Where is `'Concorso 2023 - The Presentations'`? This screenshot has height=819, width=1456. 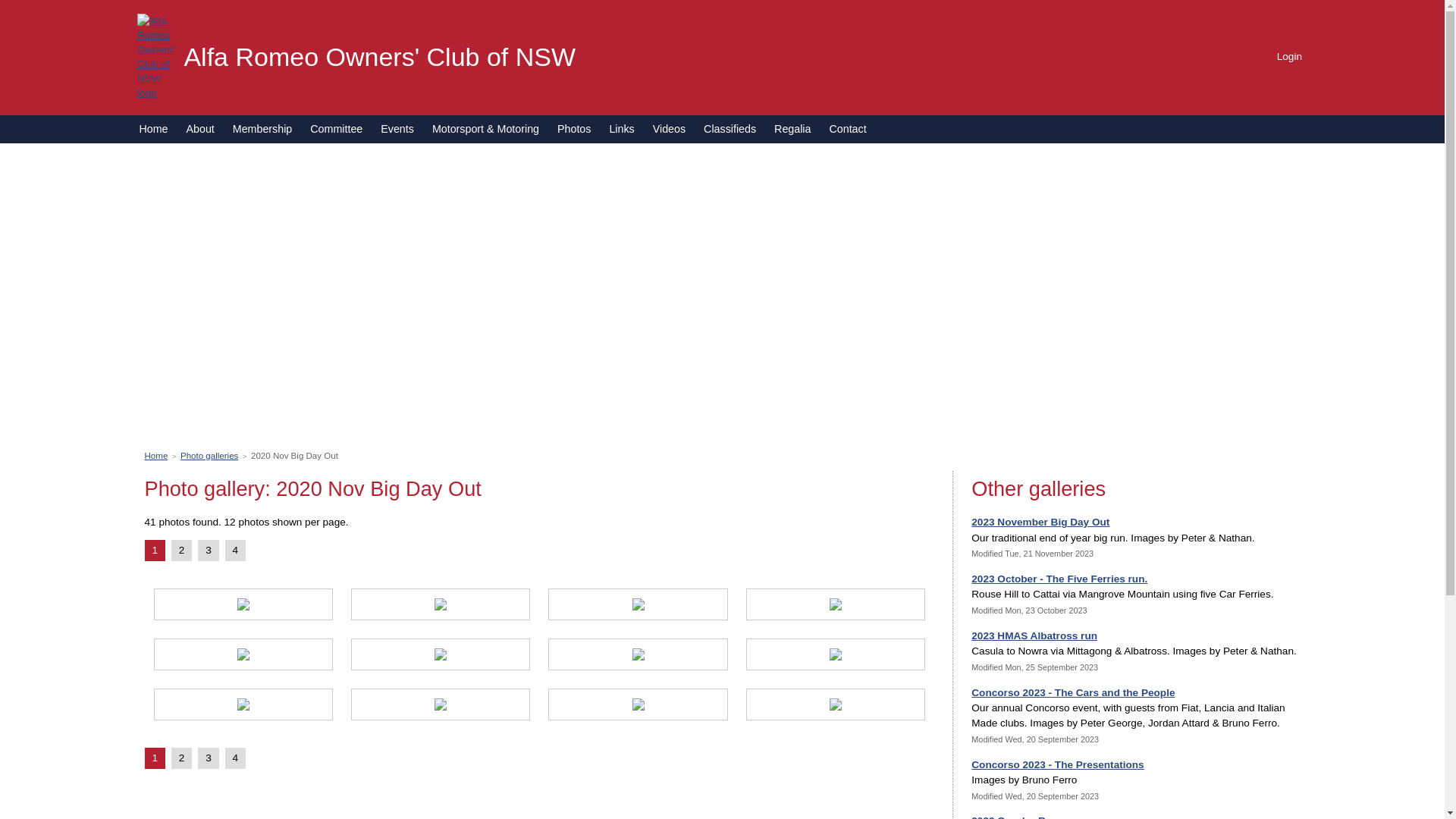
'Concorso 2023 - The Presentations' is located at coordinates (1056, 764).